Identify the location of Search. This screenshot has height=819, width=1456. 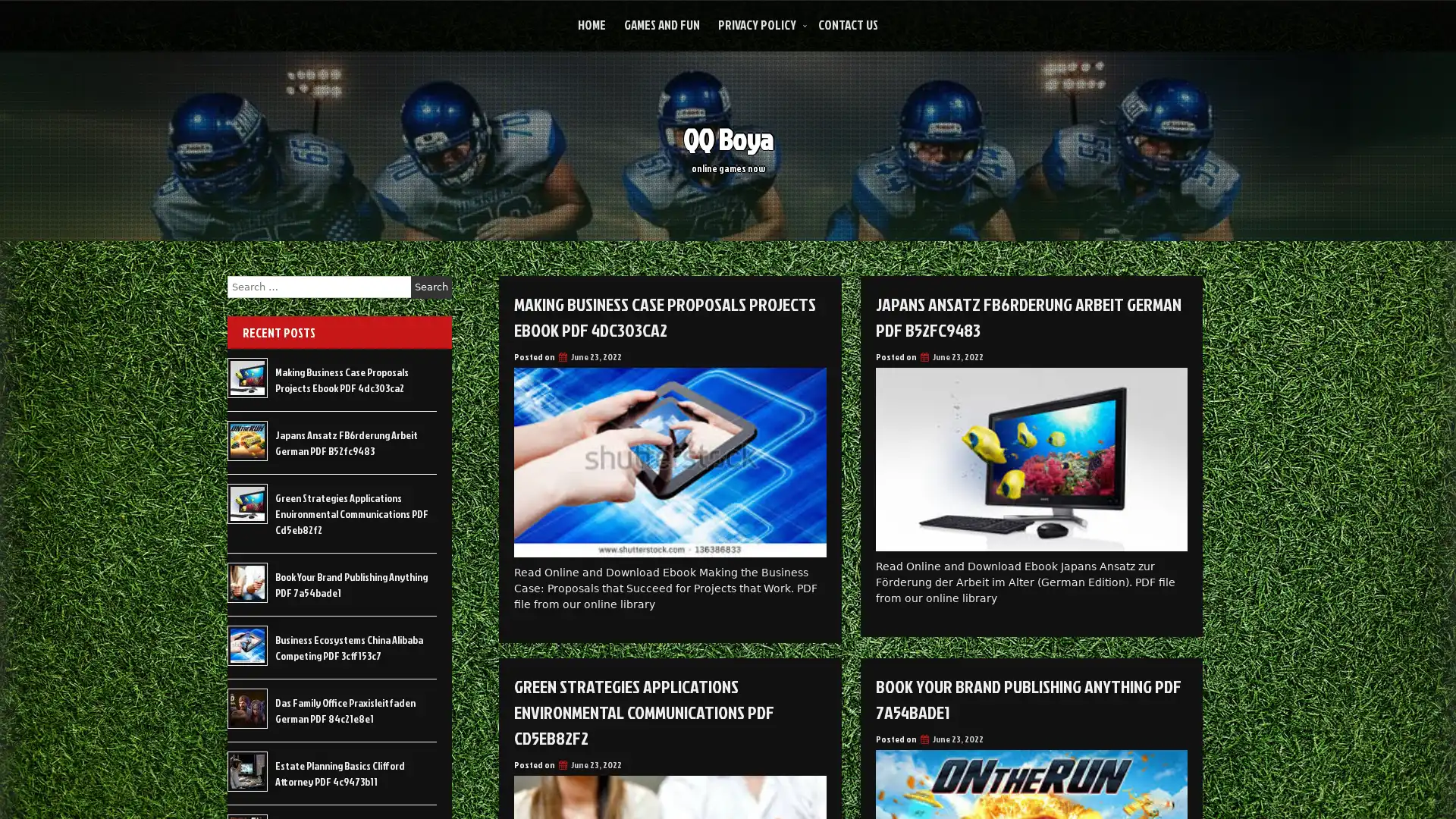
(431, 287).